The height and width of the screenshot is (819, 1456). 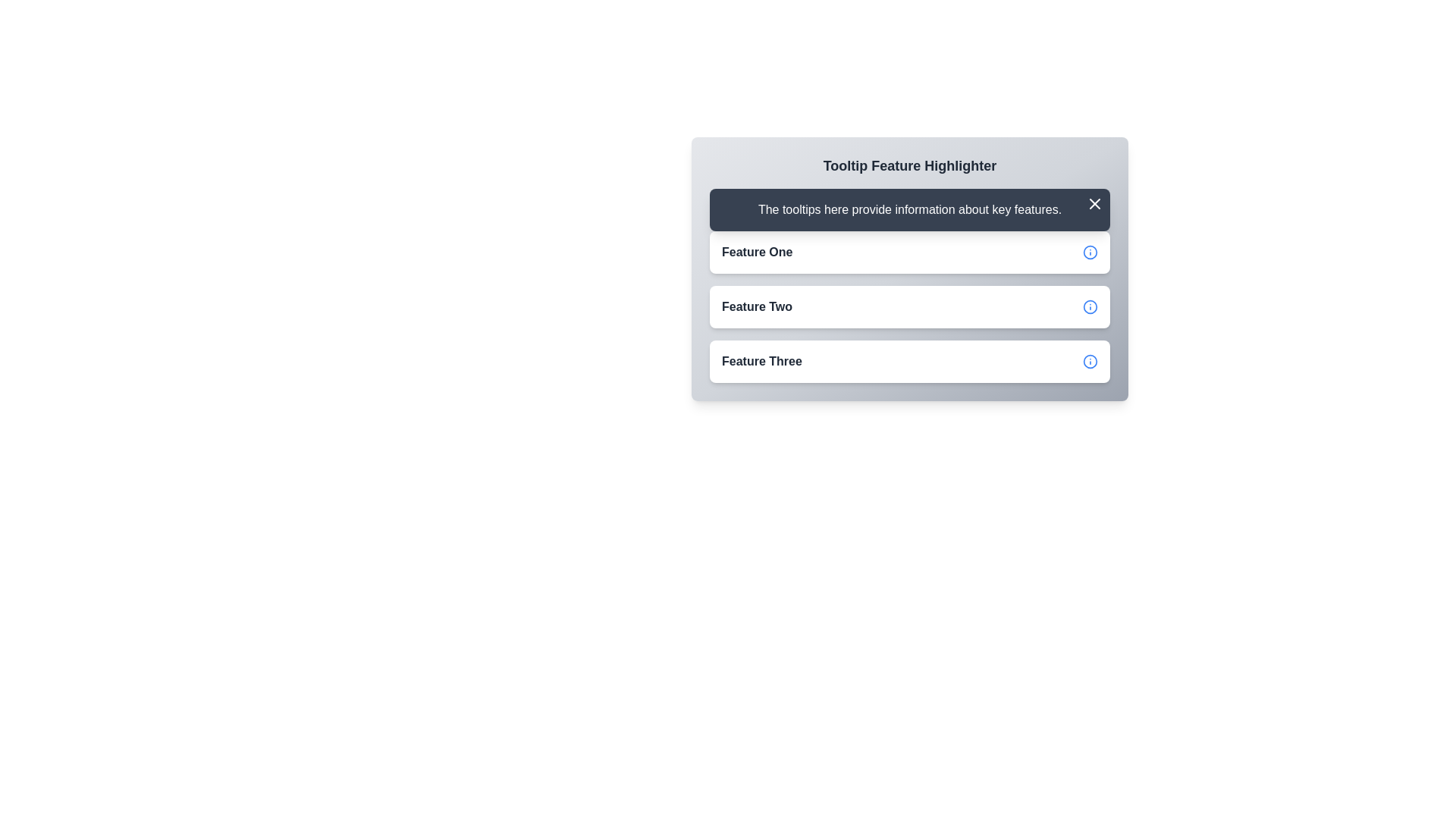 What do you see at coordinates (757, 307) in the screenshot?
I see `the text label 'Feature Two' which is displayed in a bold and dark font within a white, rounded rectangular card, located below 'Feature One' and above 'Feature Three'` at bounding box center [757, 307].